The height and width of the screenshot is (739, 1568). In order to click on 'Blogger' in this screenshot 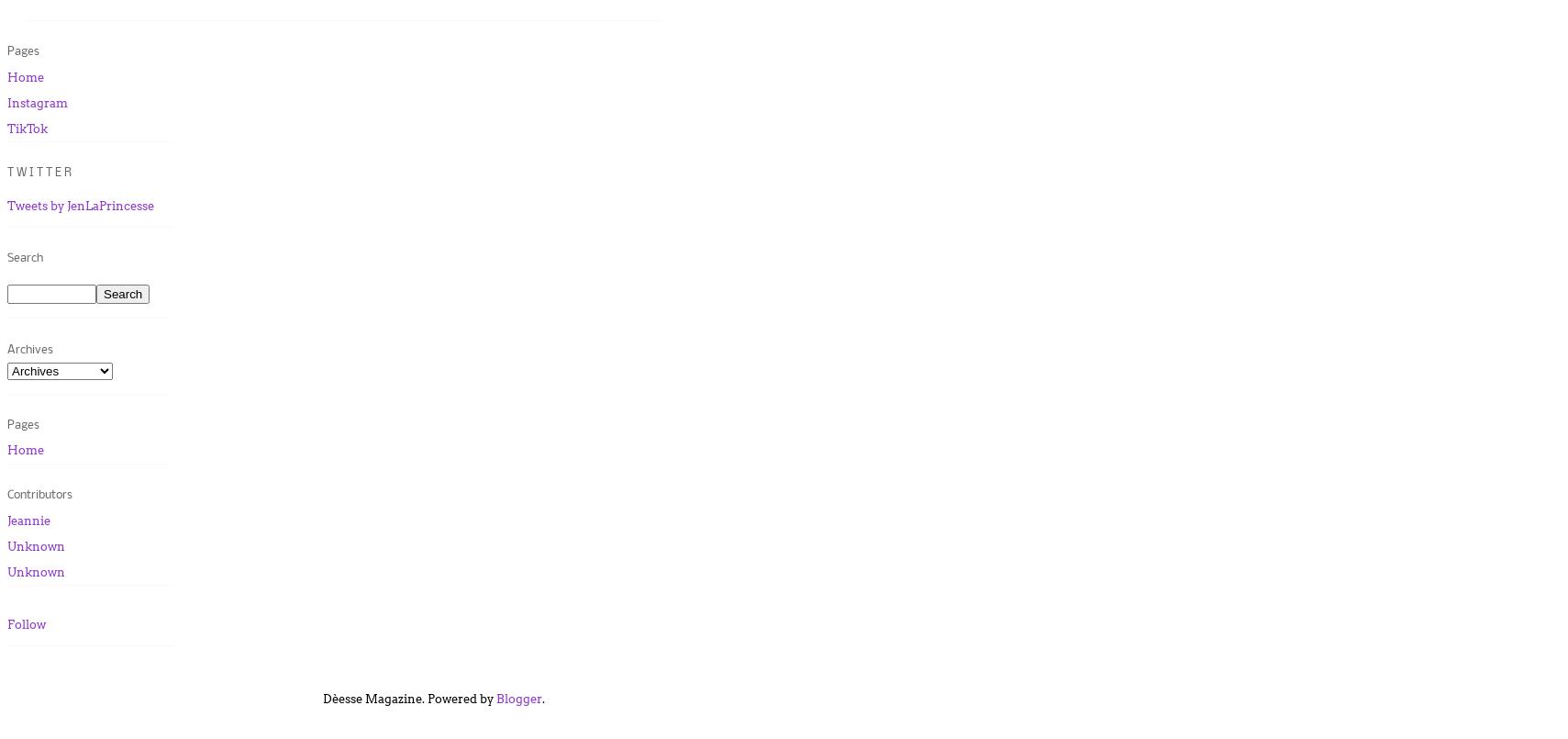, I will do `click(495, 698)`.